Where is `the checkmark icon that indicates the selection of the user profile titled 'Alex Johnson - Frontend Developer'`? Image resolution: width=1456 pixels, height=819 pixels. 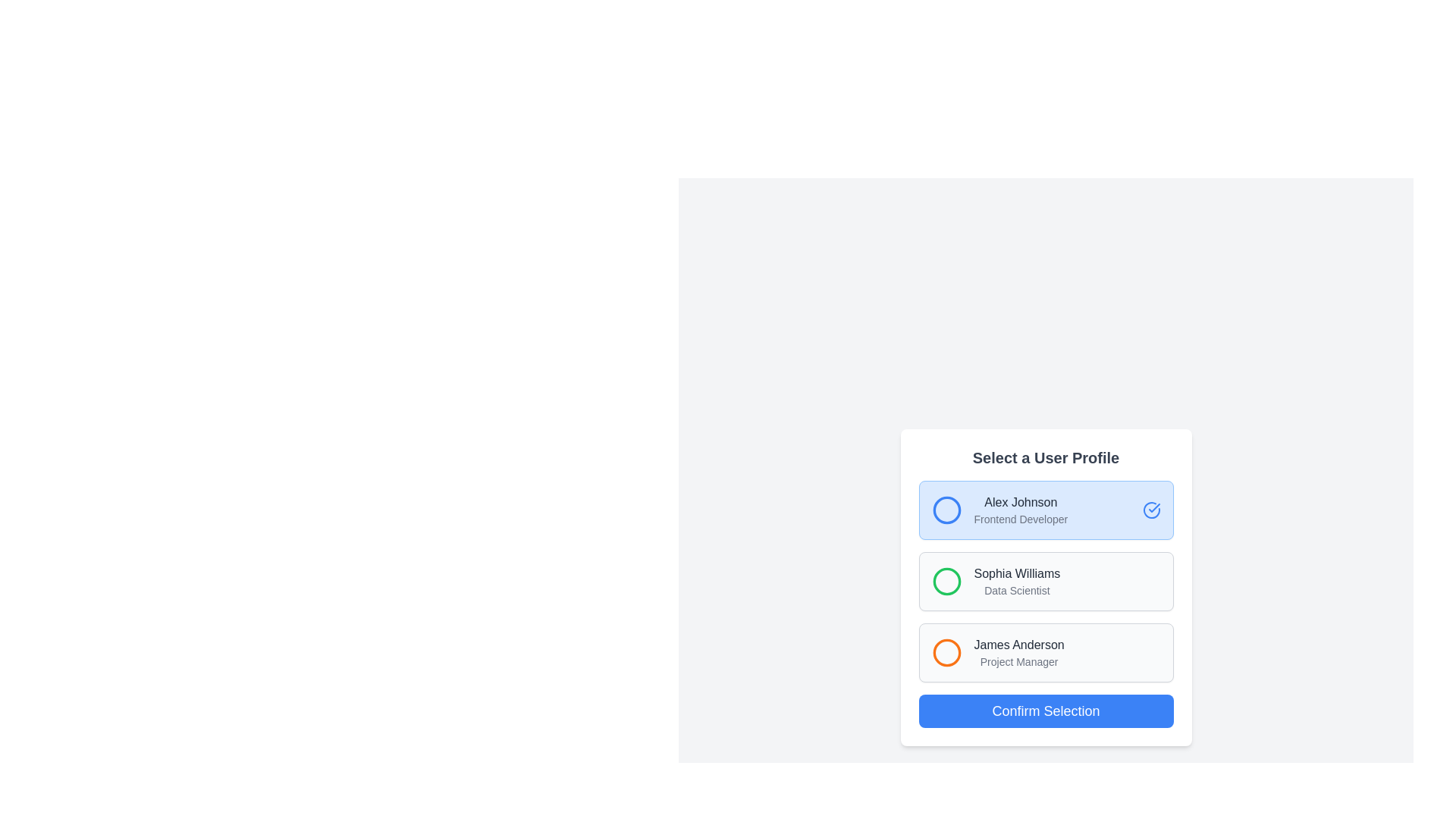 the checkmark icon that indicates the selection of the user profile titled 'Alex Johnson - Frontend Developer' is located at coordinates (1153, 508).